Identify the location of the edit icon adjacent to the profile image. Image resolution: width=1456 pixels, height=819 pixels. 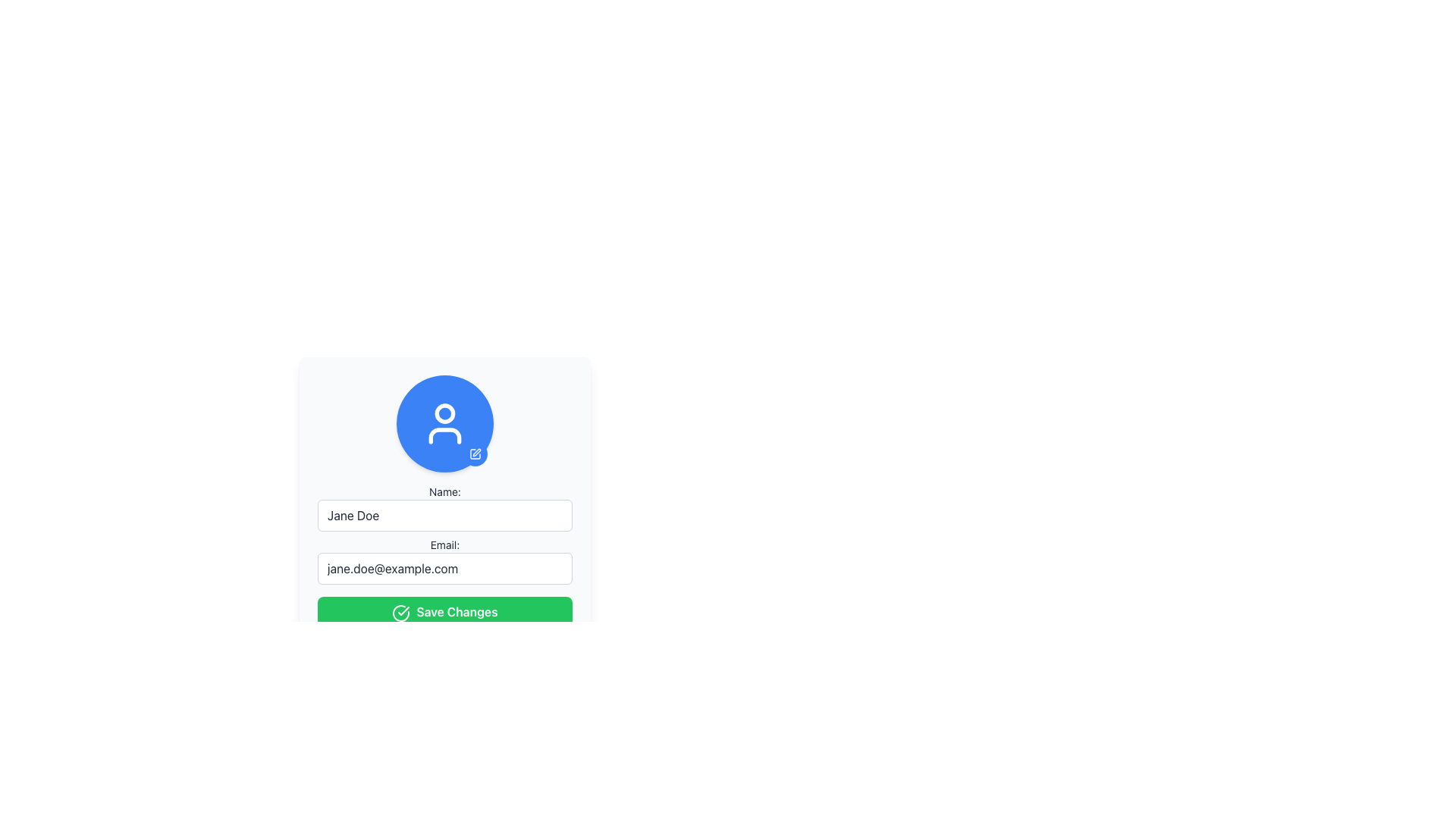
(475, 452).